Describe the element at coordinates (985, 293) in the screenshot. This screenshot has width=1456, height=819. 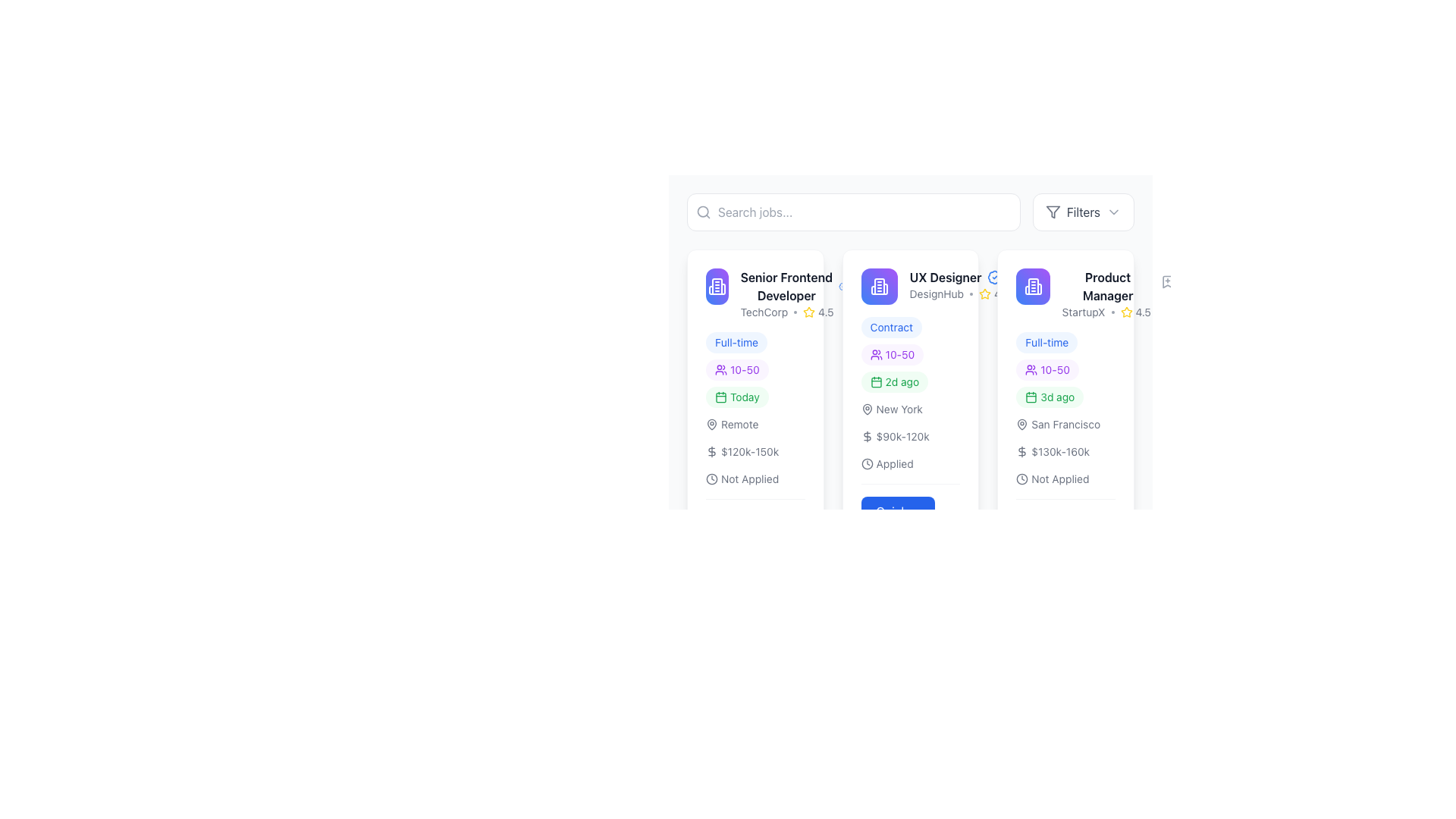
I see `the star icon in the upper right corner of the 'UX Designer' job listing card to mark it as a favorite` at that location.